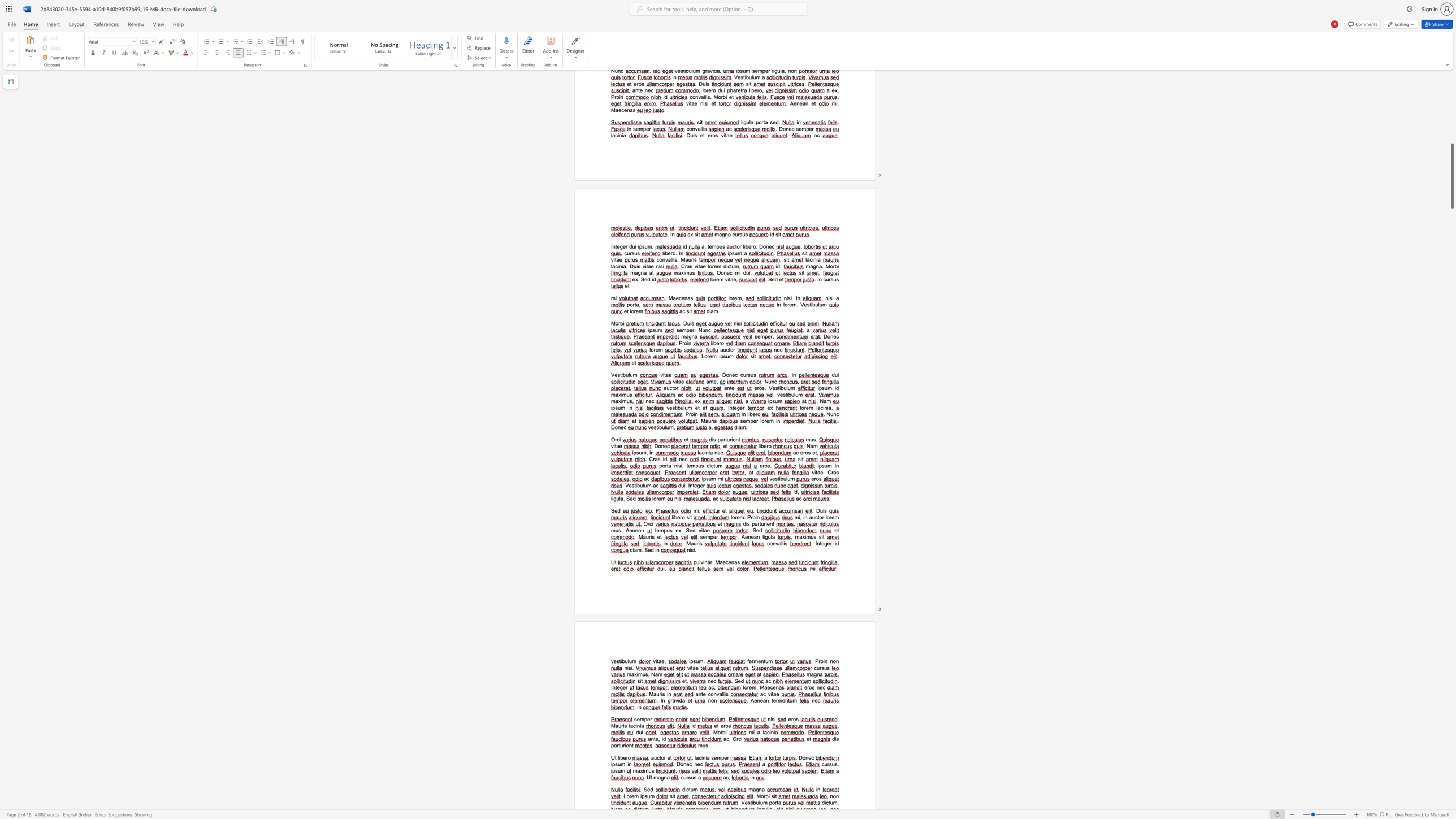  I want to click on the 2th character "a" in the text, so click(834, 472).